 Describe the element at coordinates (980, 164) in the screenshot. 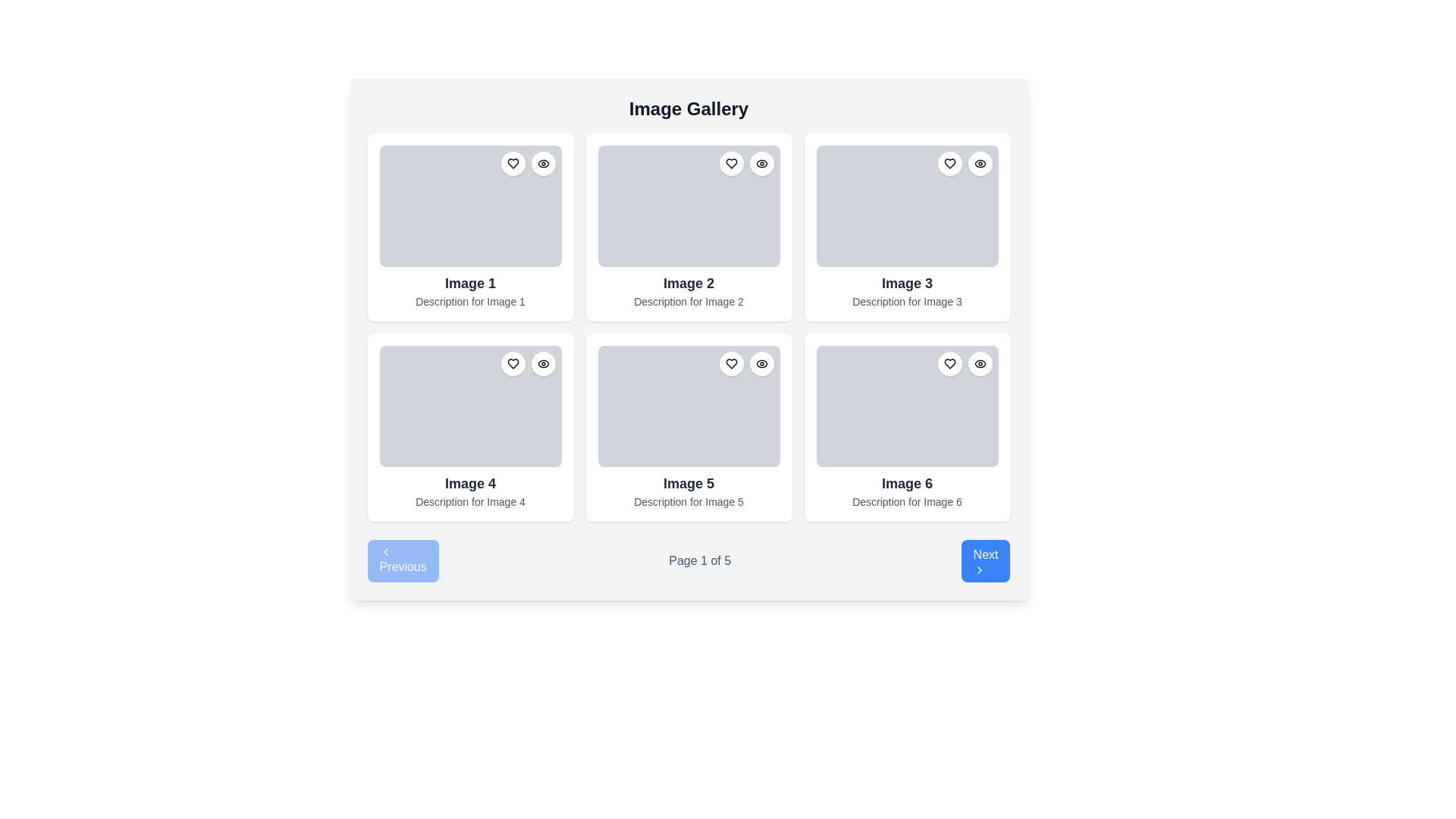

I see `the second button from the right in the top-right corner of the card associated with 'Image 3' to preview the item` at that location.